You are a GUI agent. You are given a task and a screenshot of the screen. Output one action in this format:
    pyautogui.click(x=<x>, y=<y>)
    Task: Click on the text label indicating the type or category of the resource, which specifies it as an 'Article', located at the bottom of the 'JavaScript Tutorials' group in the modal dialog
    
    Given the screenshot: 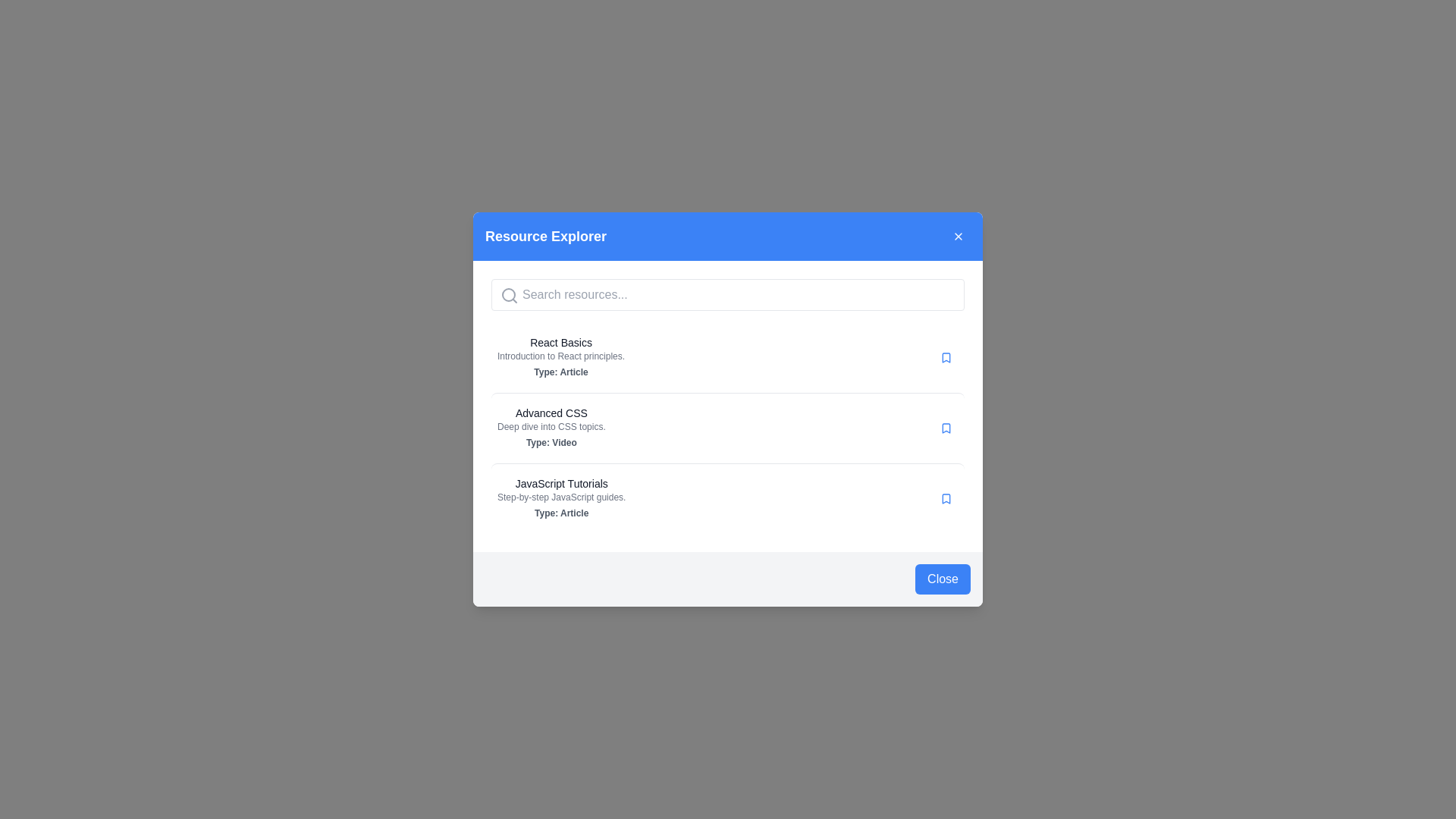 What is the action you would take?
    pyautogui.click(x=560, y=513)
    